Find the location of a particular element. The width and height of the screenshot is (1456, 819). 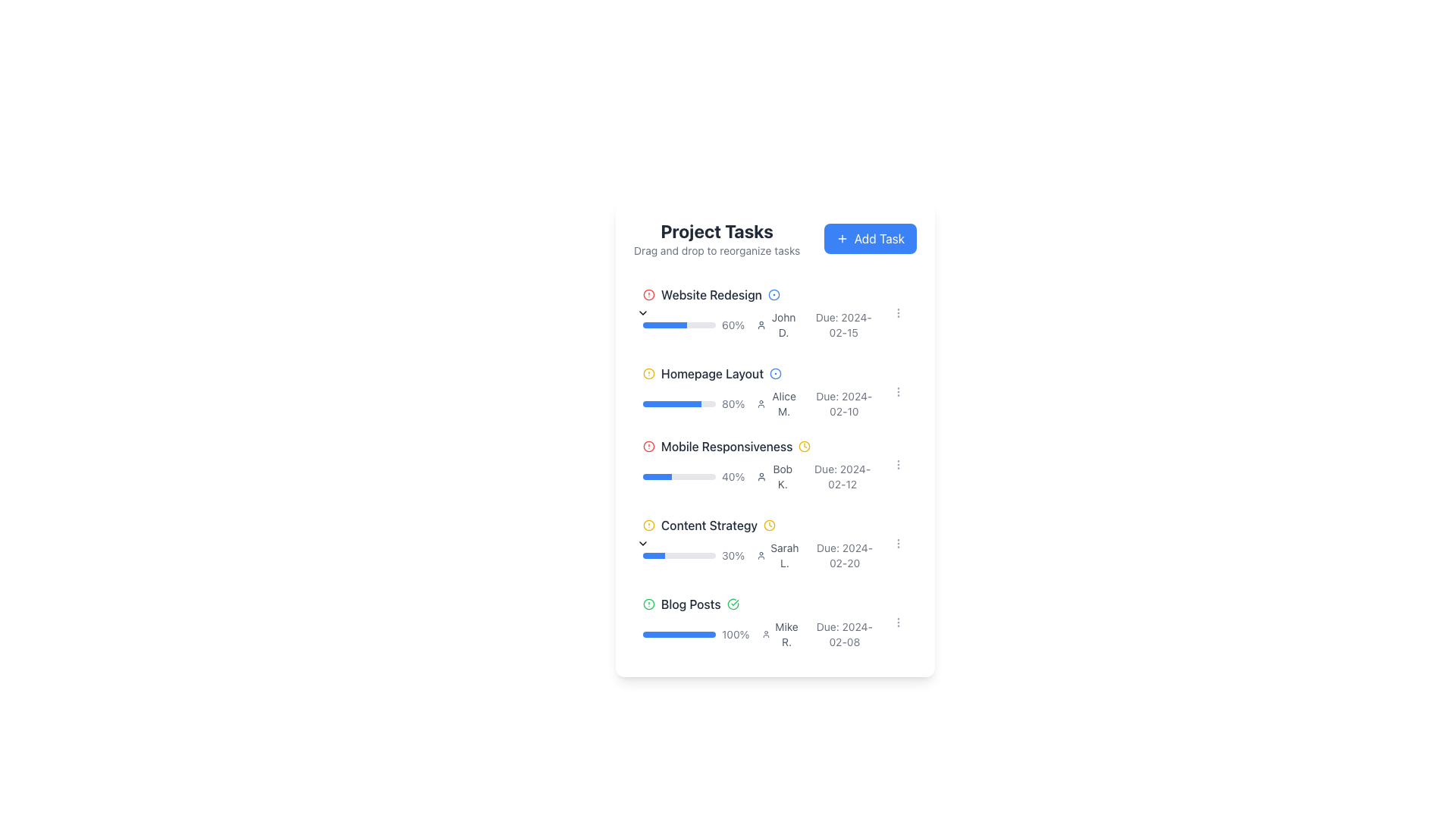

progress is located at coordinates (645, 475).